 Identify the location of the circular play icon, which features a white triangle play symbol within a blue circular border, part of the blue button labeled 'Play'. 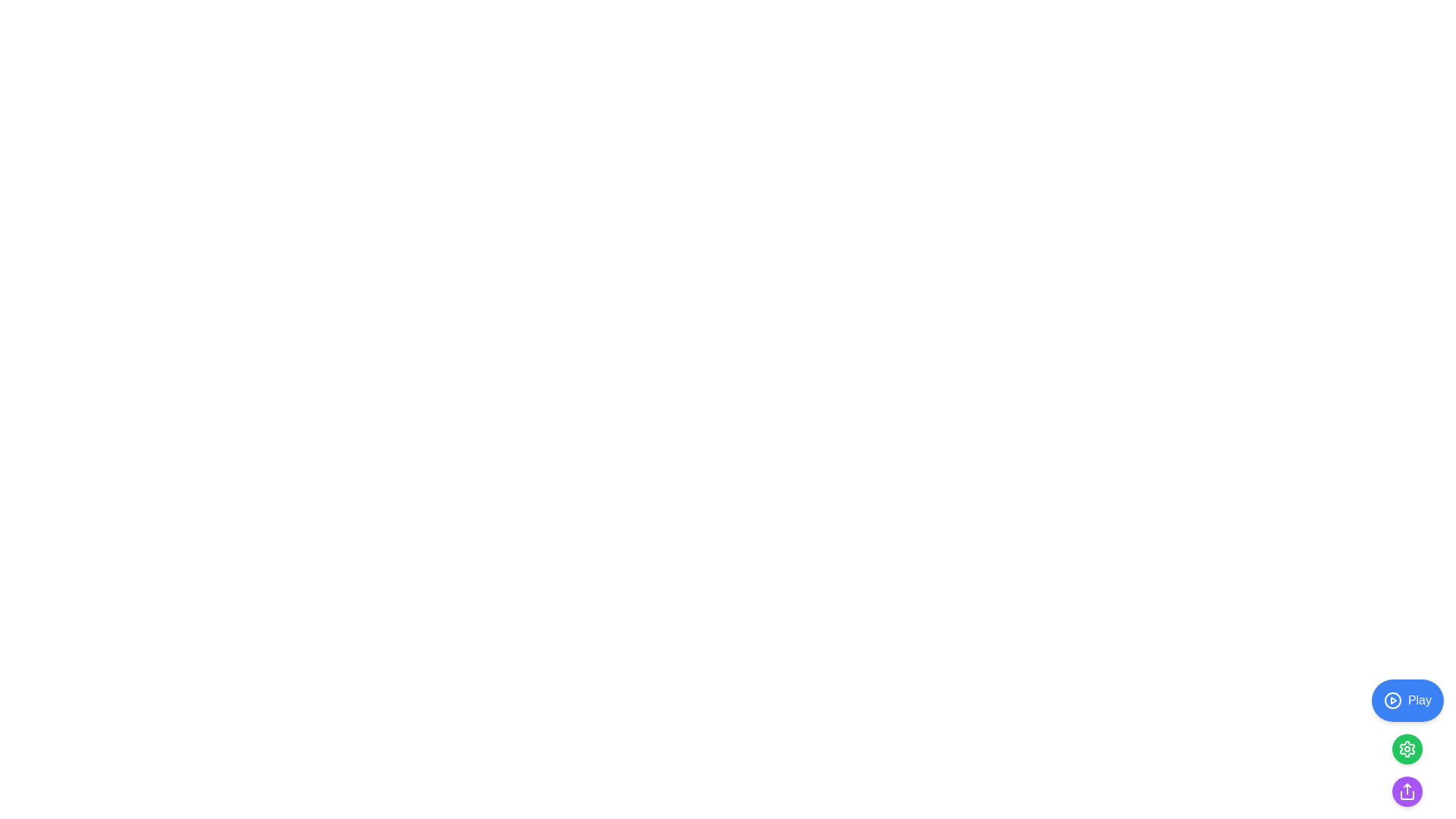
(1392, 701).